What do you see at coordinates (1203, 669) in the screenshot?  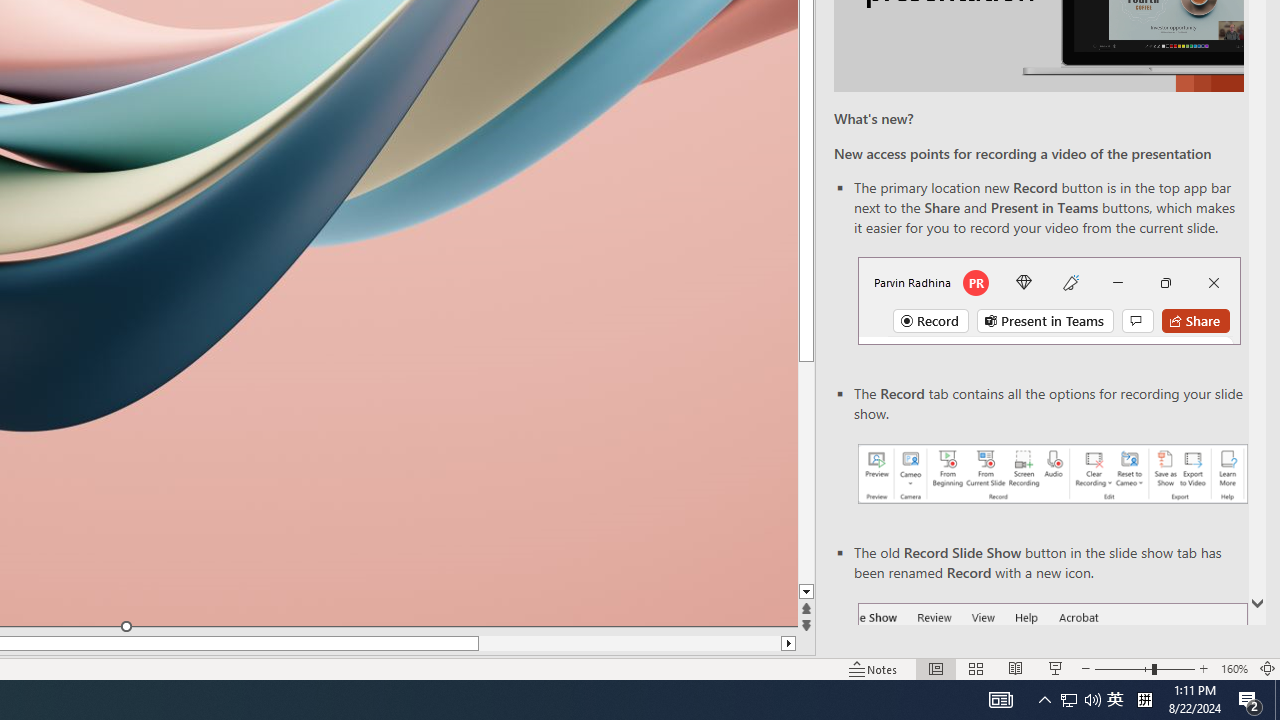 I see `'Zoom In'` at bounding box center [1203, 669].